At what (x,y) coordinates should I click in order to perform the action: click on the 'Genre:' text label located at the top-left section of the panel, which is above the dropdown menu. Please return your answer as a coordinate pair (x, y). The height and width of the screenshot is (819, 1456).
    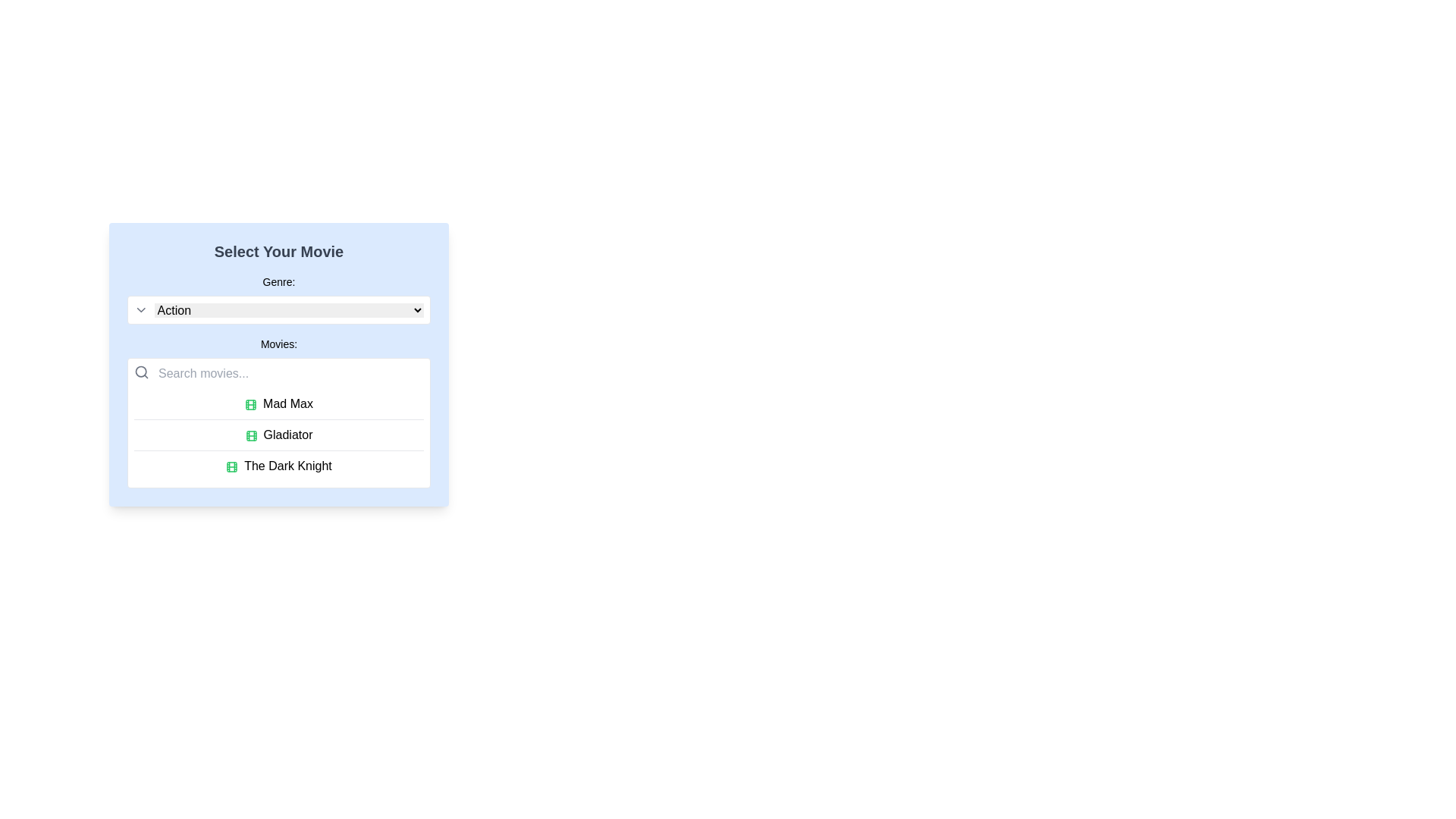
    Looking at the image, I should click on (279, 281).